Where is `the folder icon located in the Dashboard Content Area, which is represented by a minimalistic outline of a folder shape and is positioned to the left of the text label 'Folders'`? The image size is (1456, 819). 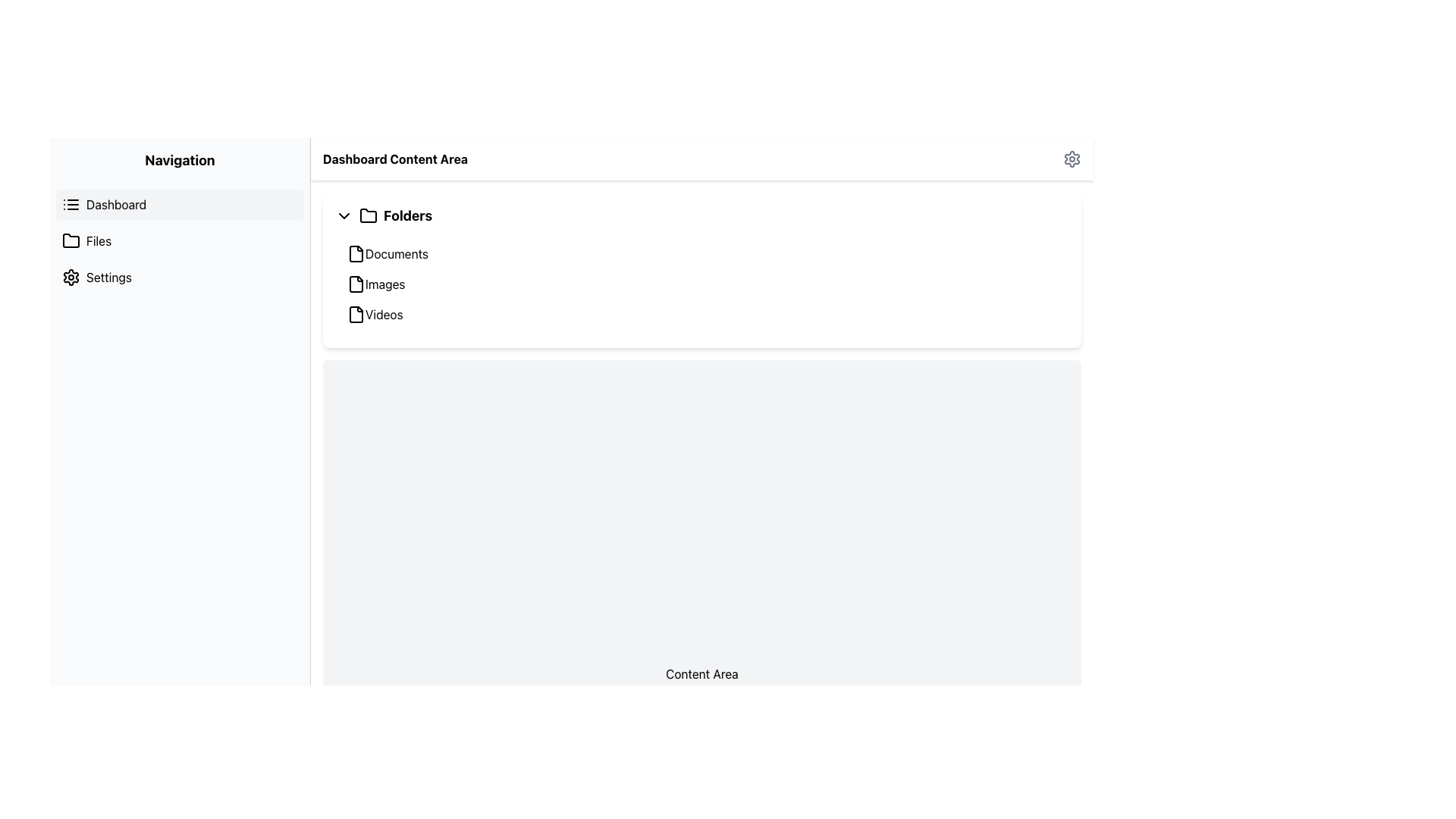
the folder icon located in the Dashboard Content Area, which is represented by a minimalistic outline of a folder shape and is positioned to the left of the text label 'Folders' is located at coordinates (368, 216).